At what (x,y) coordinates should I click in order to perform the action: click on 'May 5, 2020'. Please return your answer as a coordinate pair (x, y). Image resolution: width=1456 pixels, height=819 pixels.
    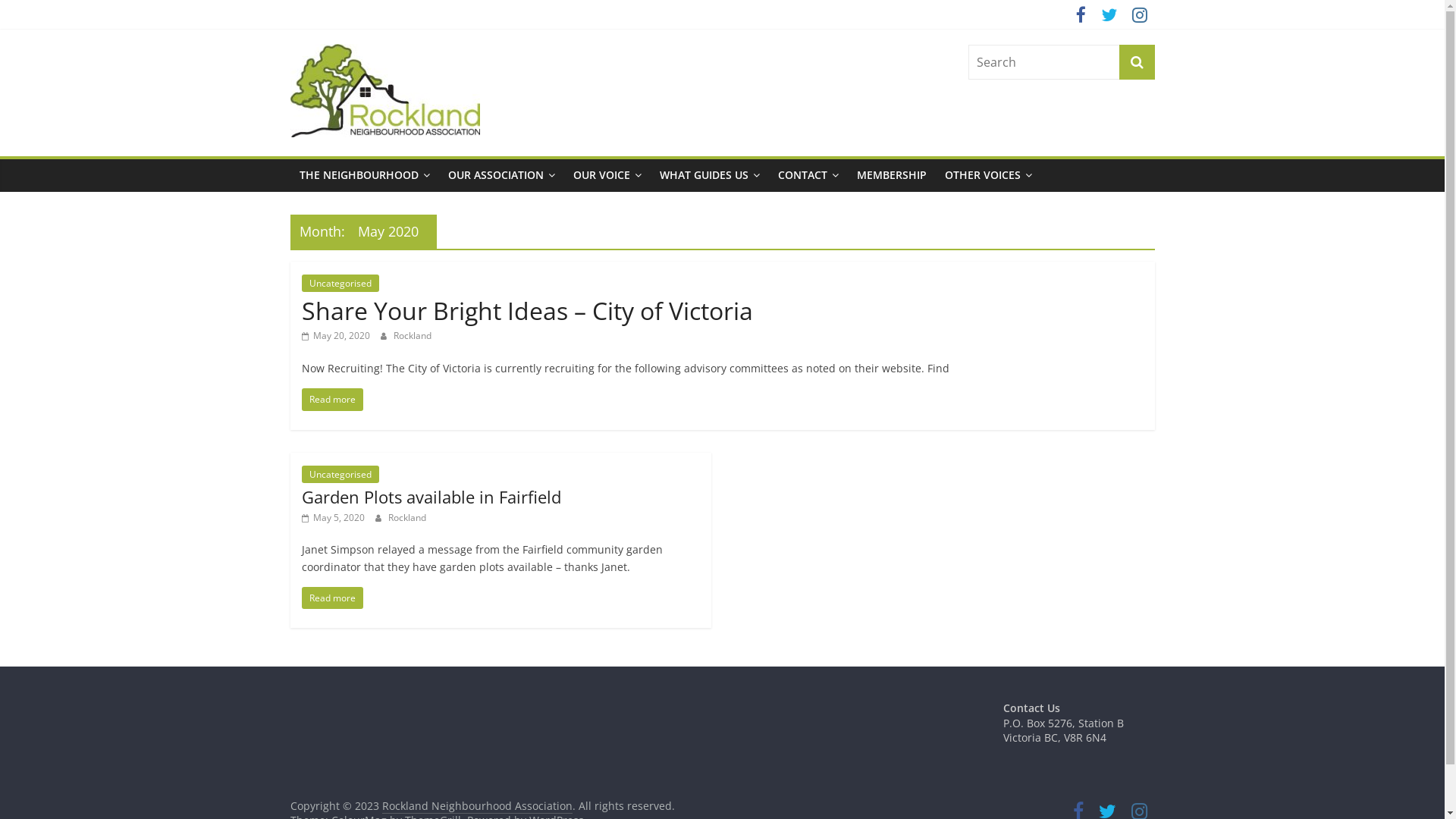
    Looking at the image, I should click on (302, 516).